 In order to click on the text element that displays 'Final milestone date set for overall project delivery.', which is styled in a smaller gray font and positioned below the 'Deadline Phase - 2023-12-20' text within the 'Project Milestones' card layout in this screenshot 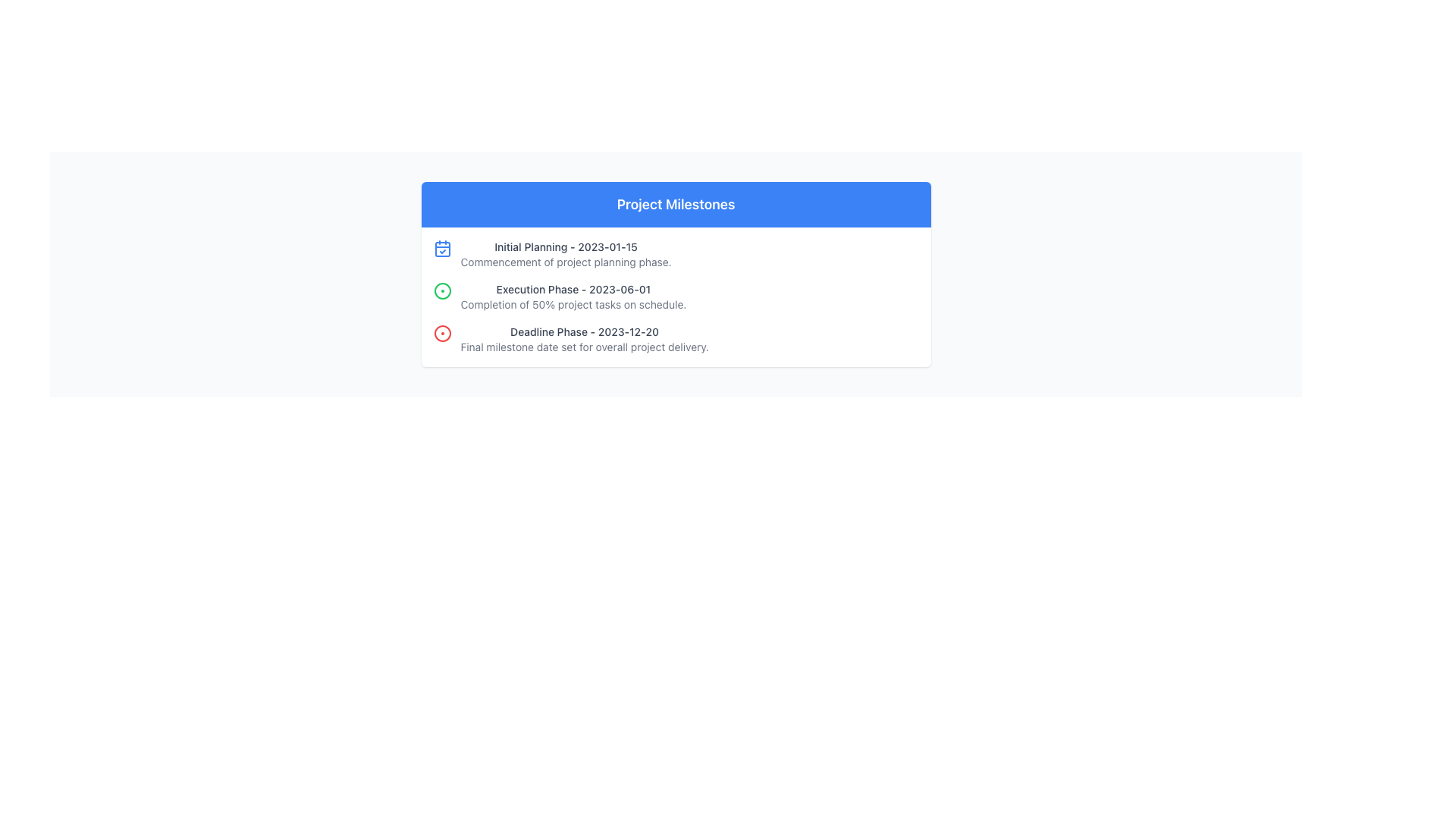, I will do `click(584, 347)`.